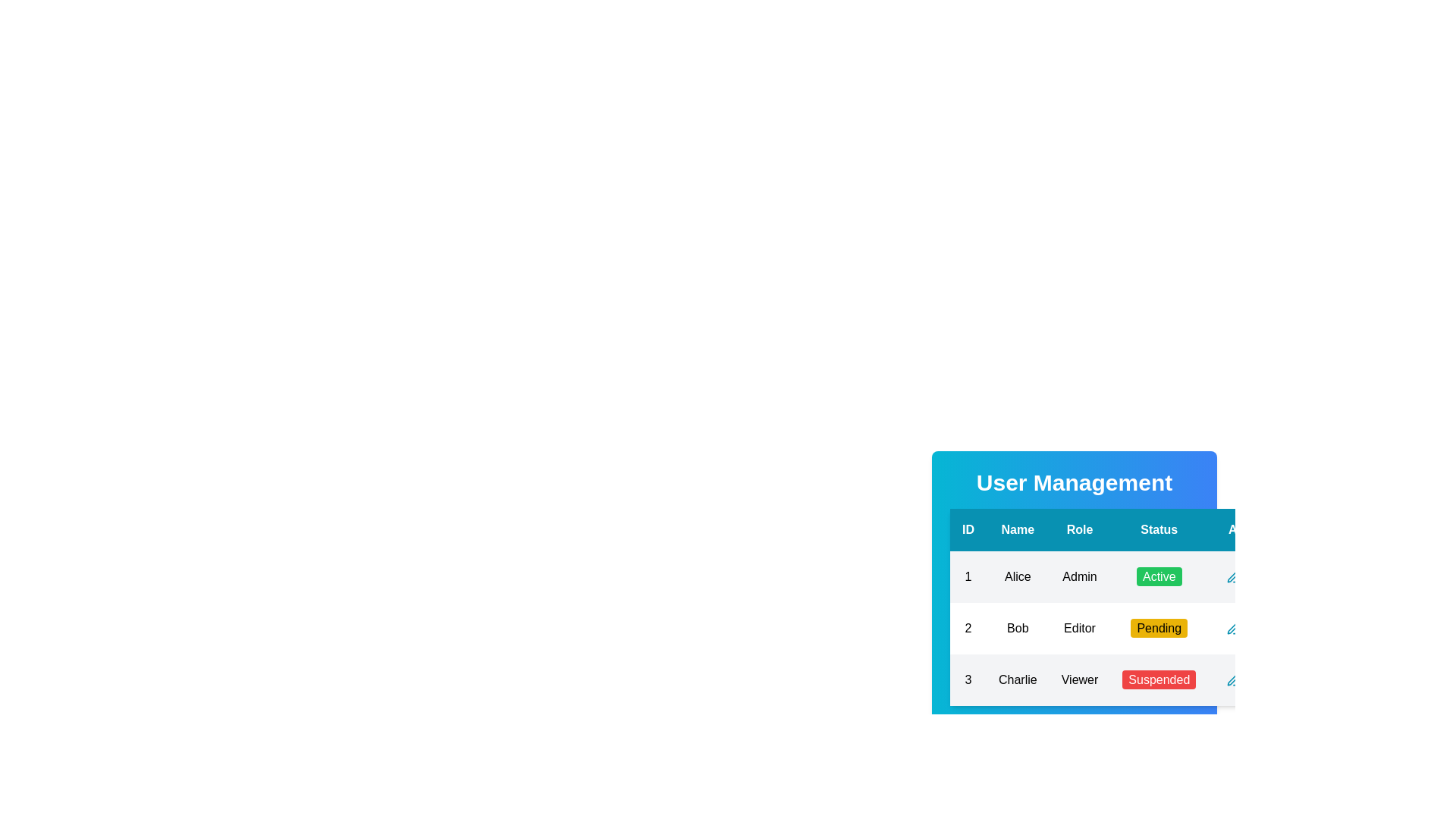 This screenshot has width=1456, height=819. Describe the element at coordinates (1018, 679) in the screenshot. I see `the Text label displaying the name 'Charlie', located in the third row of the table under the 'Name' column` at that location.